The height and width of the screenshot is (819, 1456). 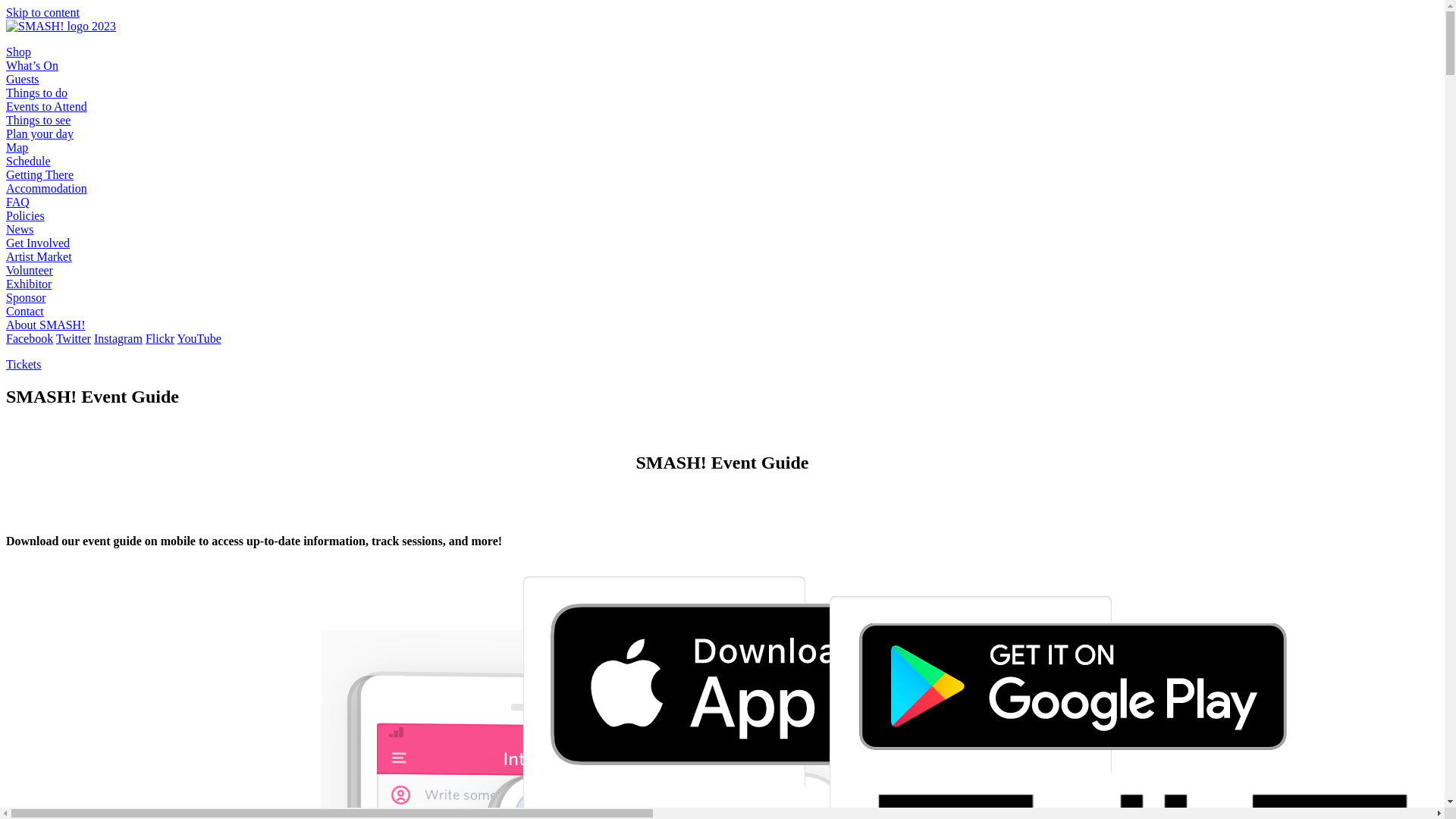 I want to click on 'Schedule', so click(x=28, y=161).